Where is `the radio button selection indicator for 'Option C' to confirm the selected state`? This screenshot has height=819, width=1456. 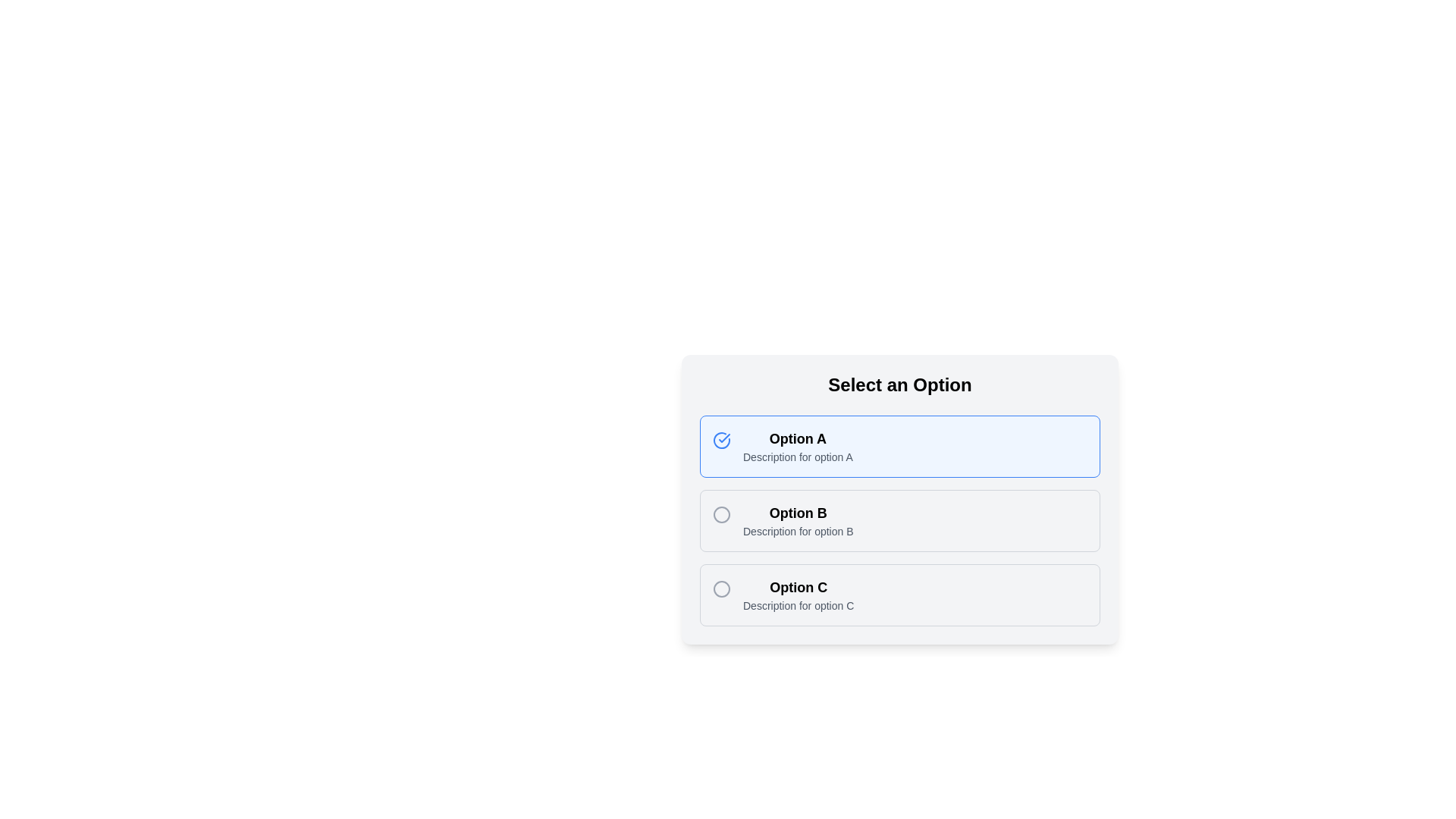 the radio button selection indicator for 'Option C' to confirm the selected state is located at coordinates (720, 588).